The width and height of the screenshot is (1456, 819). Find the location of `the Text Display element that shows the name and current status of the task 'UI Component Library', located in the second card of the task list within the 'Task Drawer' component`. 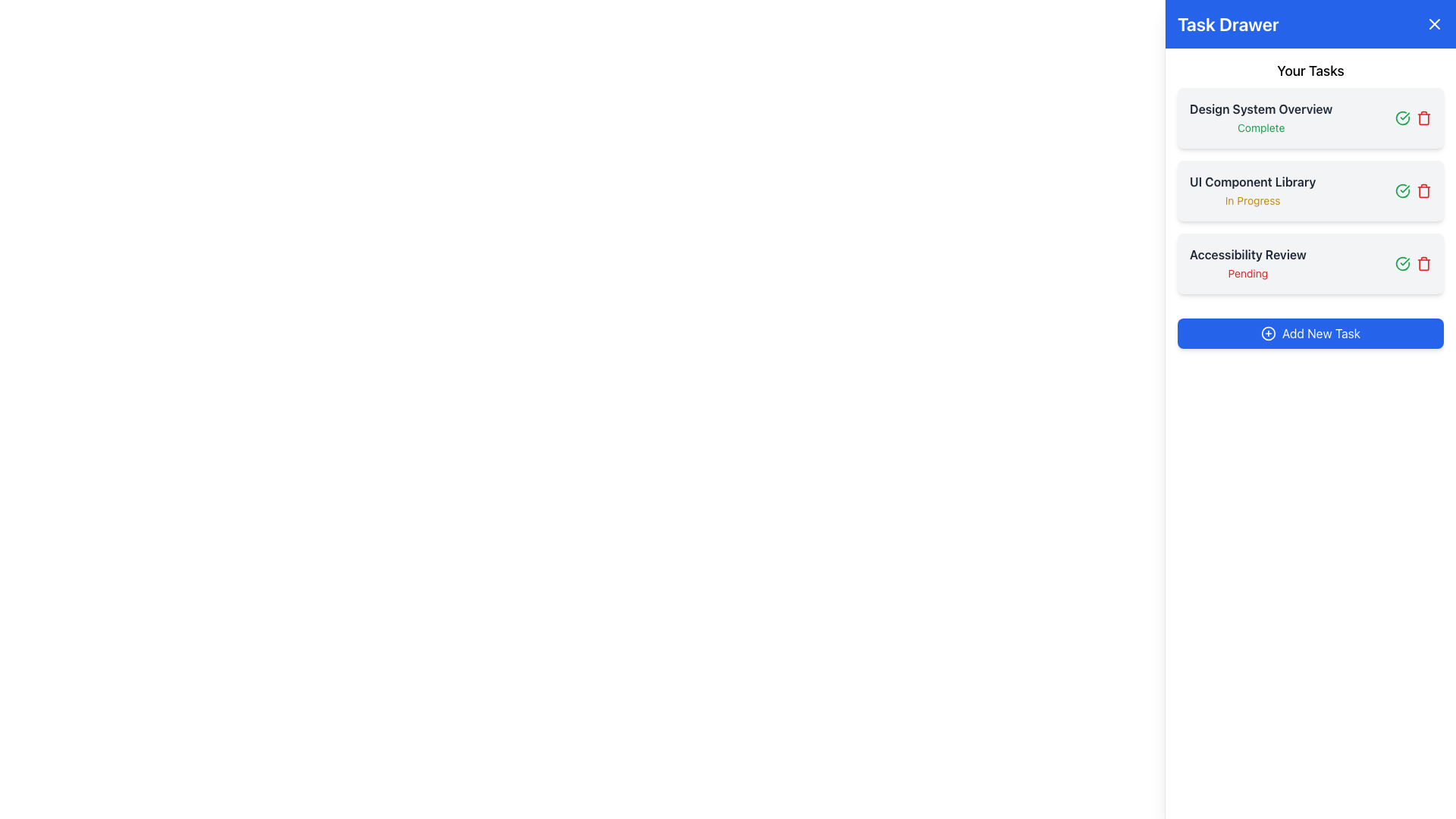

the Text Display element that shows the name and current status of the task 'UI Component Library', located in the second card of the task list within the 'Task Drawer' component is located at coordinates (1253, 190).